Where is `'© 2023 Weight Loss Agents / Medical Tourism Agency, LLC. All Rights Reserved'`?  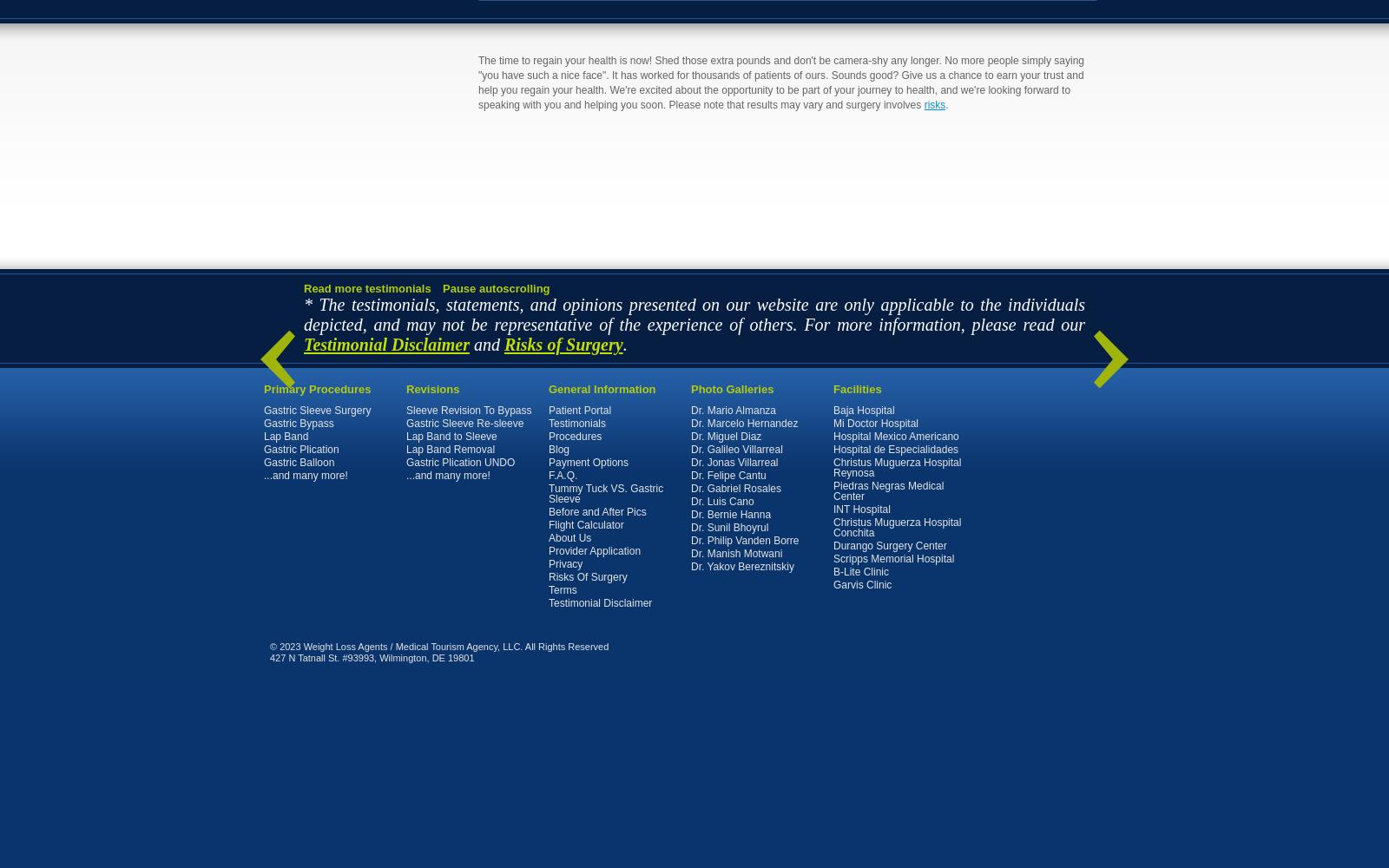
'© 2023 Weight Loss Agents / Medical Tourism Agency, LLC. All Rights Reserved' is located at coordinates (438, 645).